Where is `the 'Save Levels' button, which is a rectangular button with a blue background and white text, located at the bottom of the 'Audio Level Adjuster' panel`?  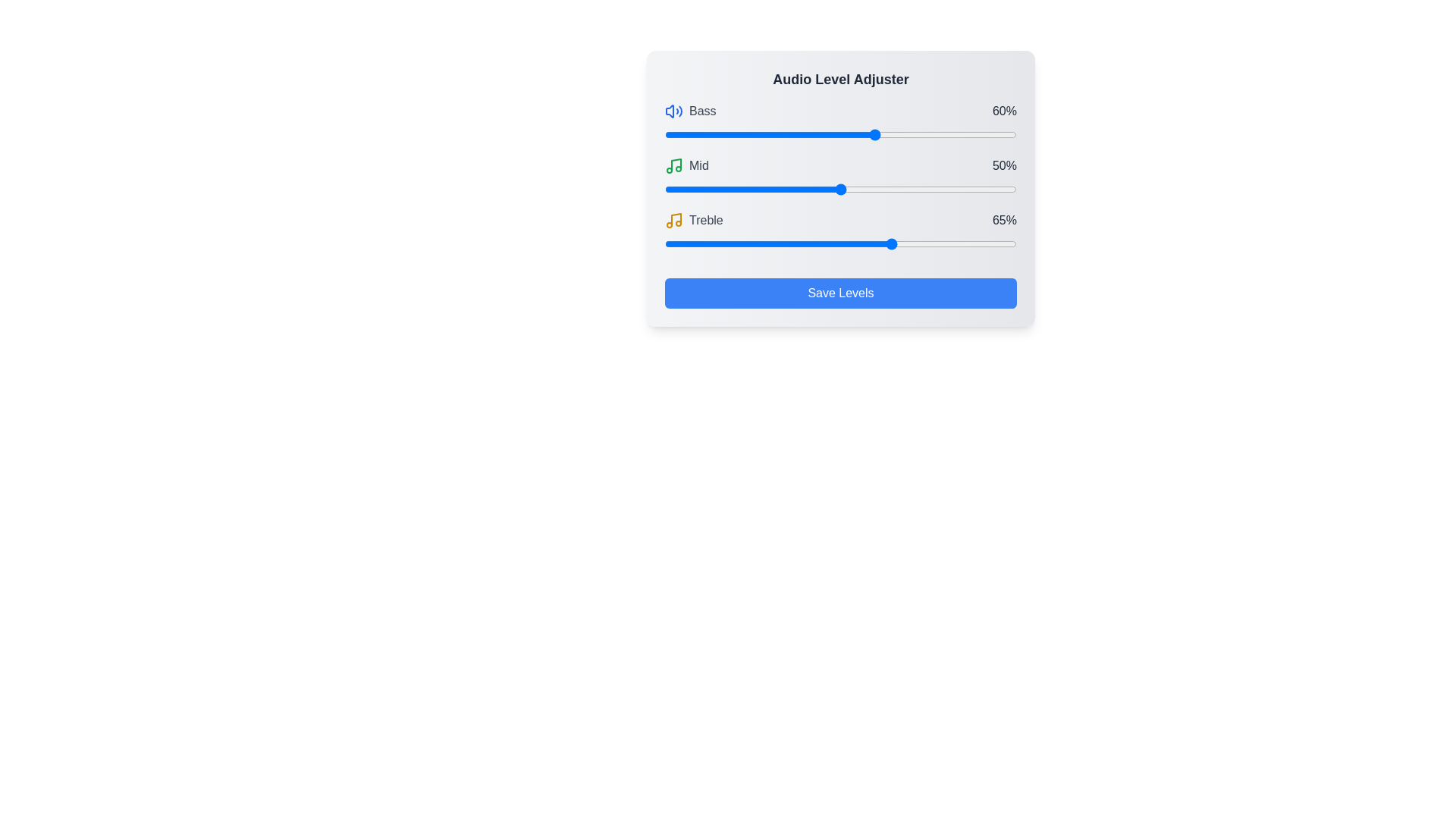
the 'Save Levels' button, which is a rectangular button with a blue background and white text, located at the bottom of the 'Audio Level Adjuster' panel is located at coordinates (839, 293).